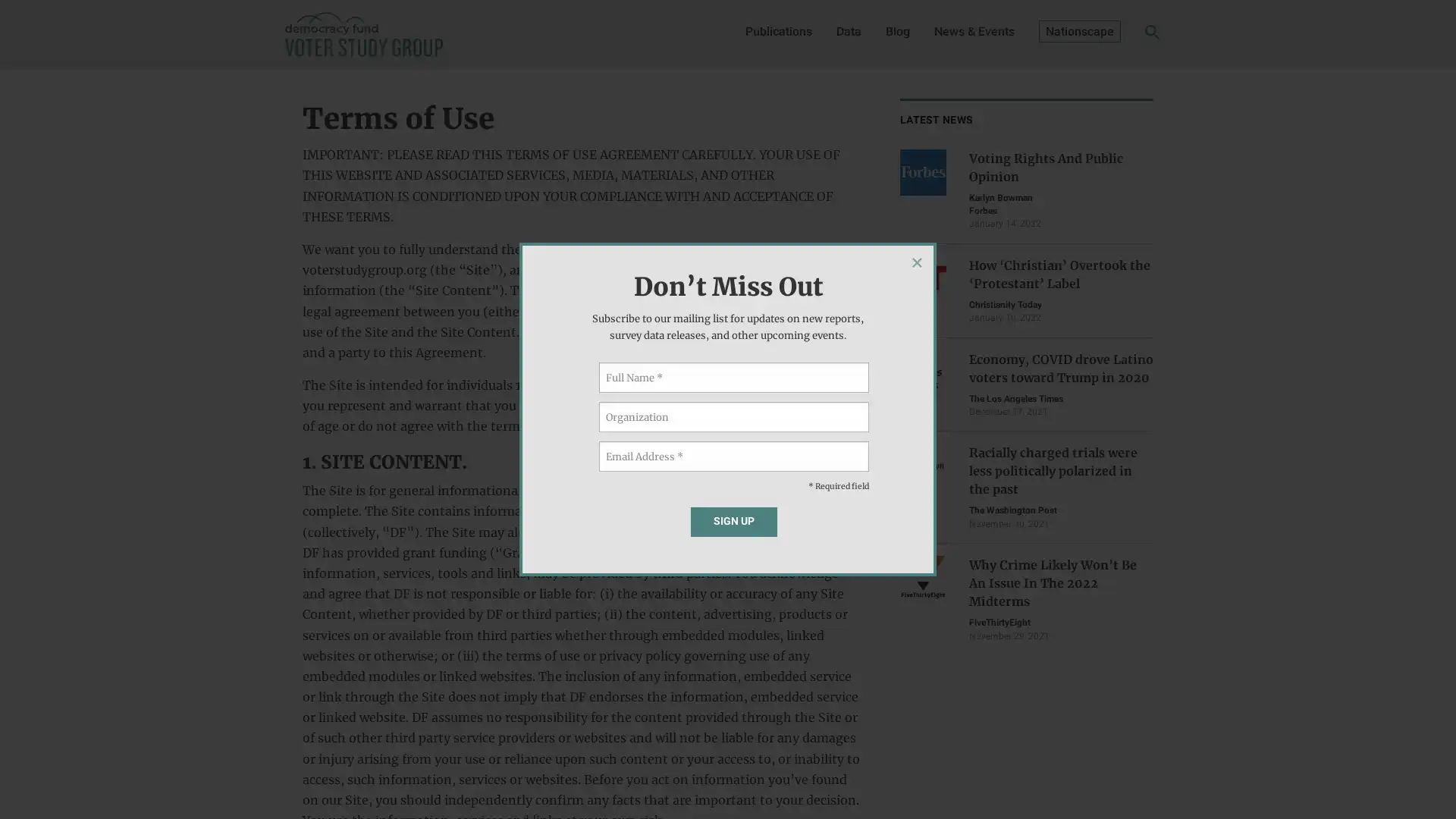 This screenshot has height=819, width=1456. I want to click on SEARCH, so click(1128, 35).